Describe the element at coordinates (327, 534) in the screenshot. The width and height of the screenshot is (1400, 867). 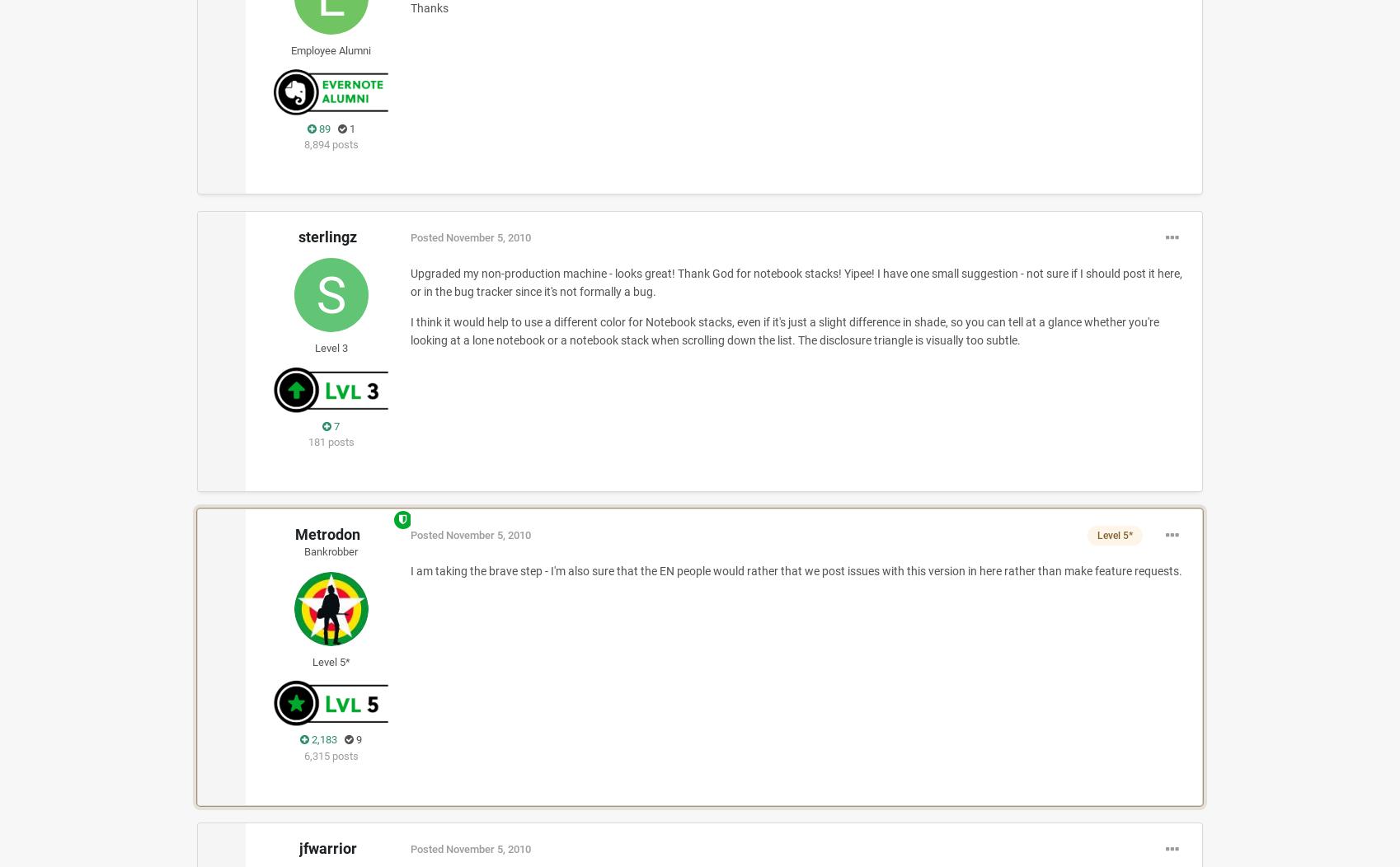
I see `'Metrodon'` at that location.